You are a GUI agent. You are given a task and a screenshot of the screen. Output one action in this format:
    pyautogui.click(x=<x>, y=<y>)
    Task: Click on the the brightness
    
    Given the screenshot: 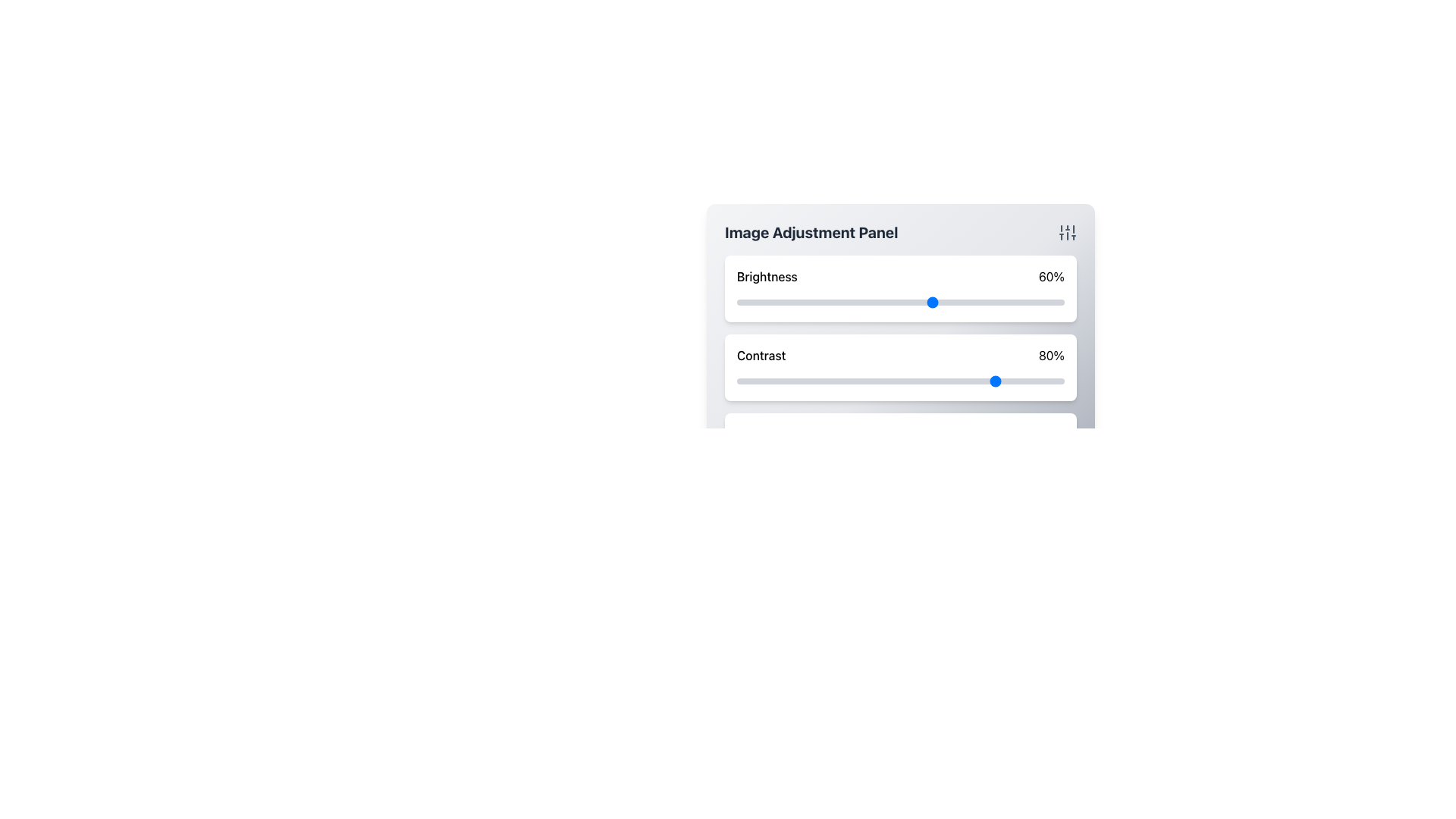 What is the action you would take?
    pyautogui.click(x=799, y=302)
    